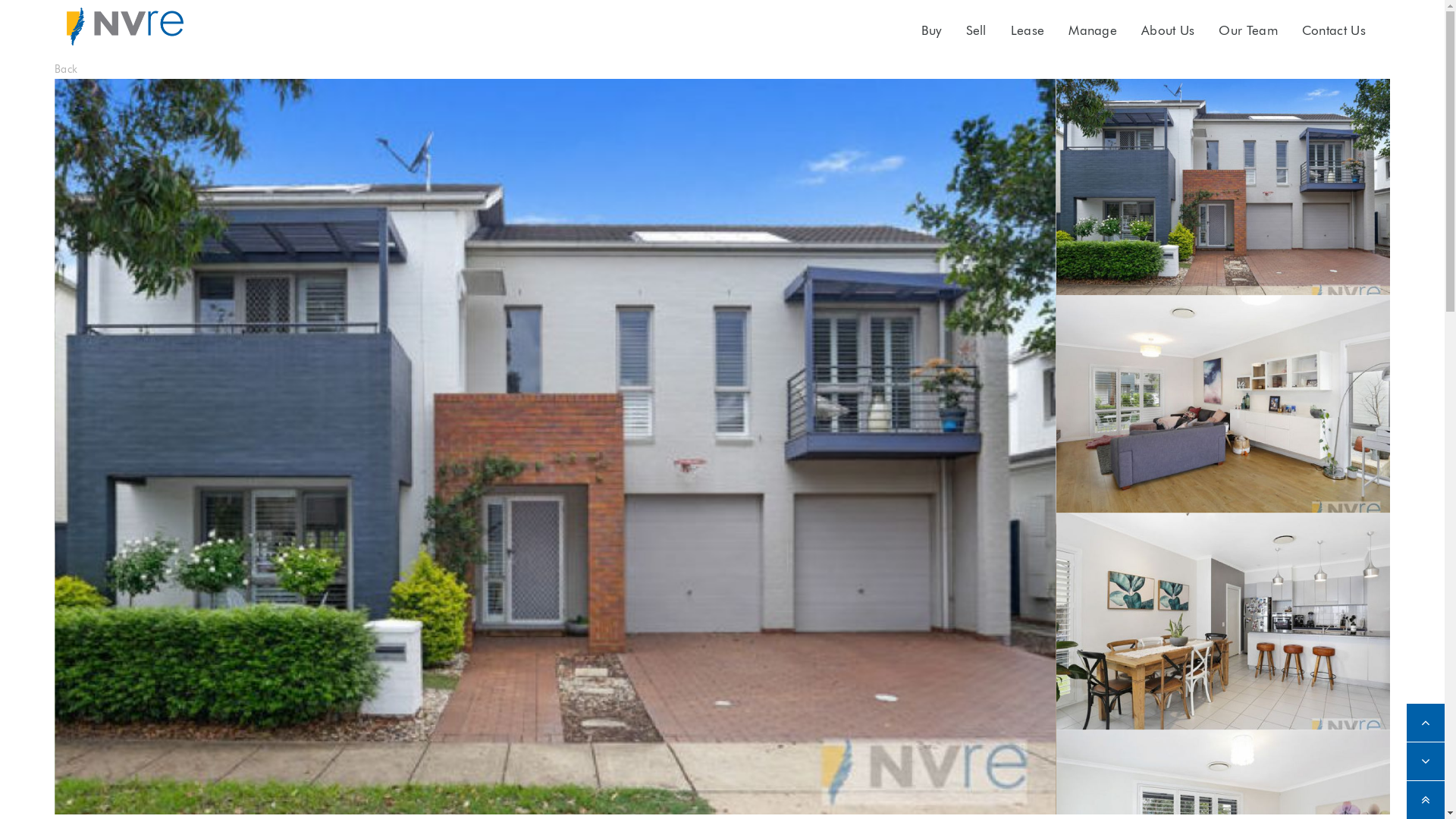  What do you see at coordinates (1028, 30) in the screenshot?
I see `'Lease'` at bounding box center [1028, 30].